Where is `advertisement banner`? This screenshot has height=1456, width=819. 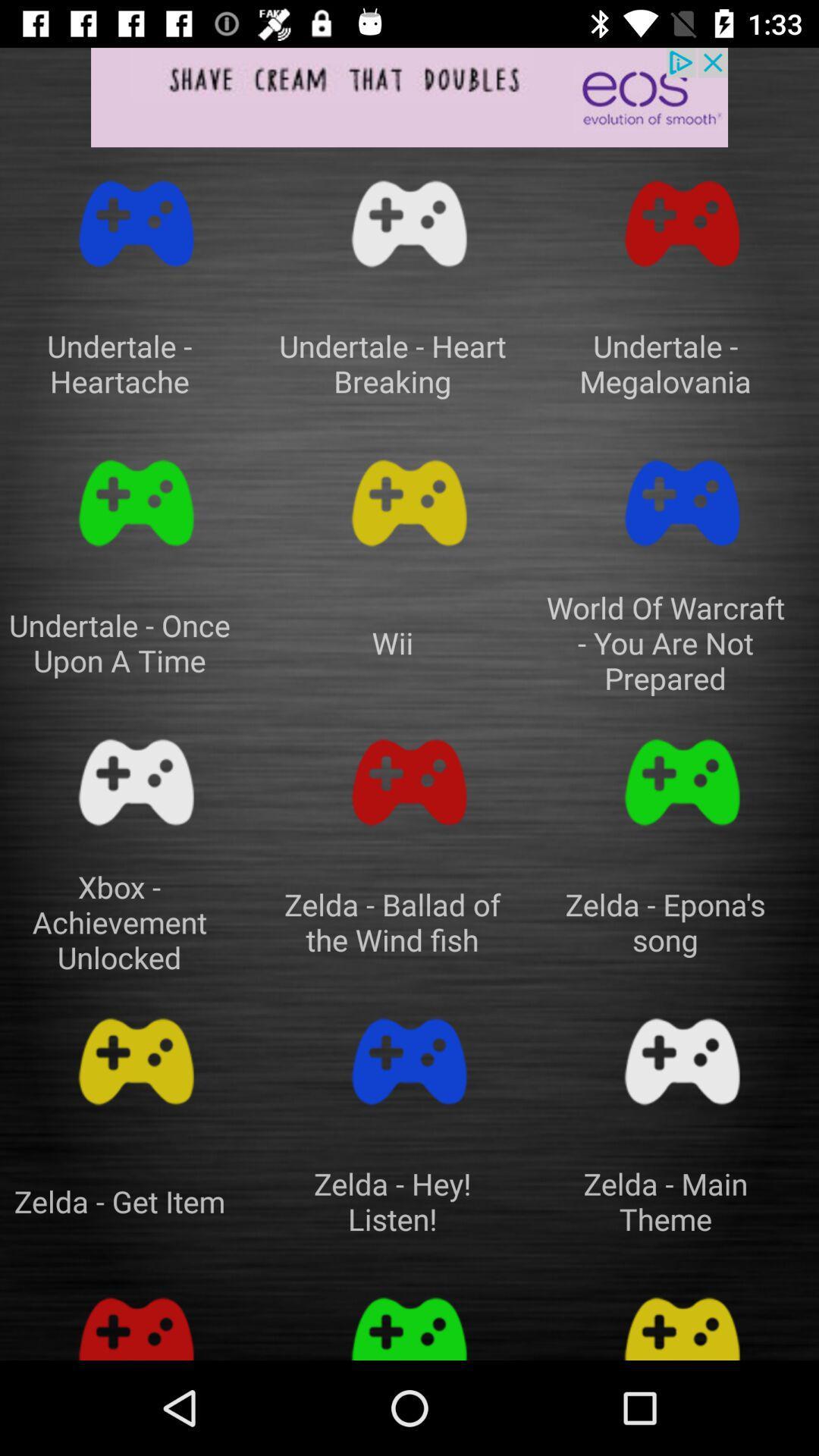
advertisement banner is located at coordinates (409, 96).